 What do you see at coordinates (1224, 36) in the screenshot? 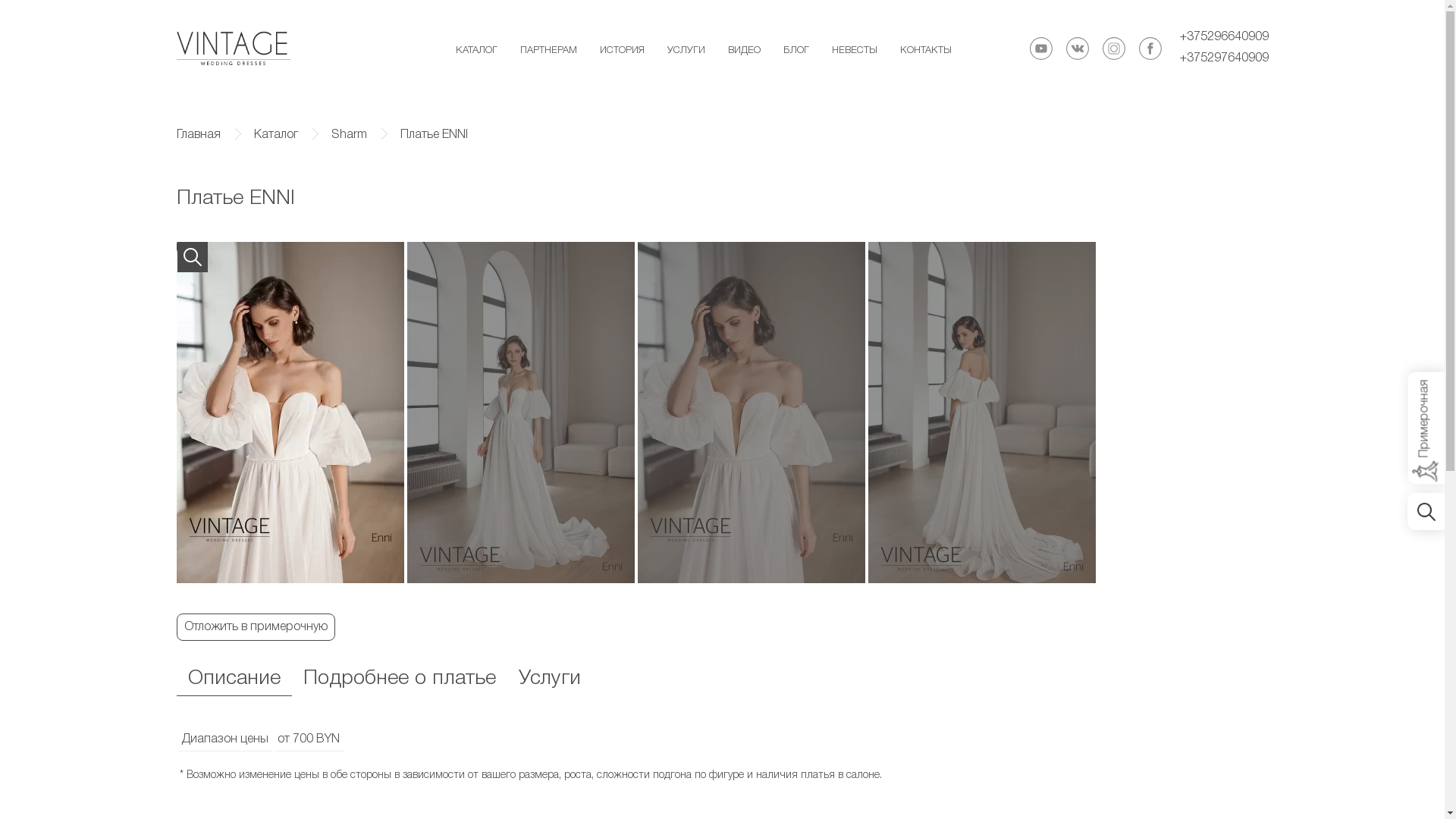
I see `'+375296640909'` at bounding box center [1224, 36].